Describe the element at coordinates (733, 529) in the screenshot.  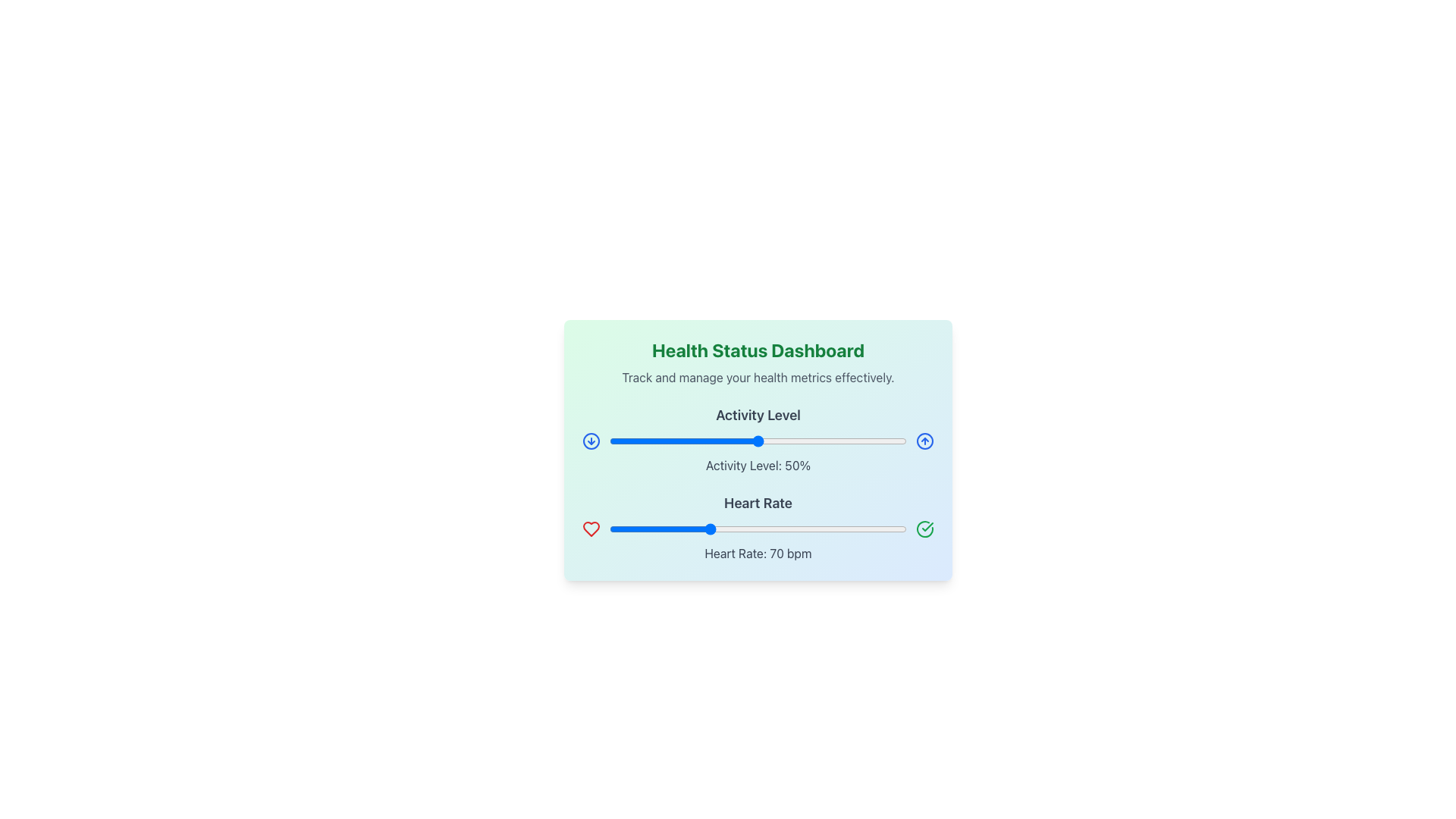
I see `heart rate` at that location.